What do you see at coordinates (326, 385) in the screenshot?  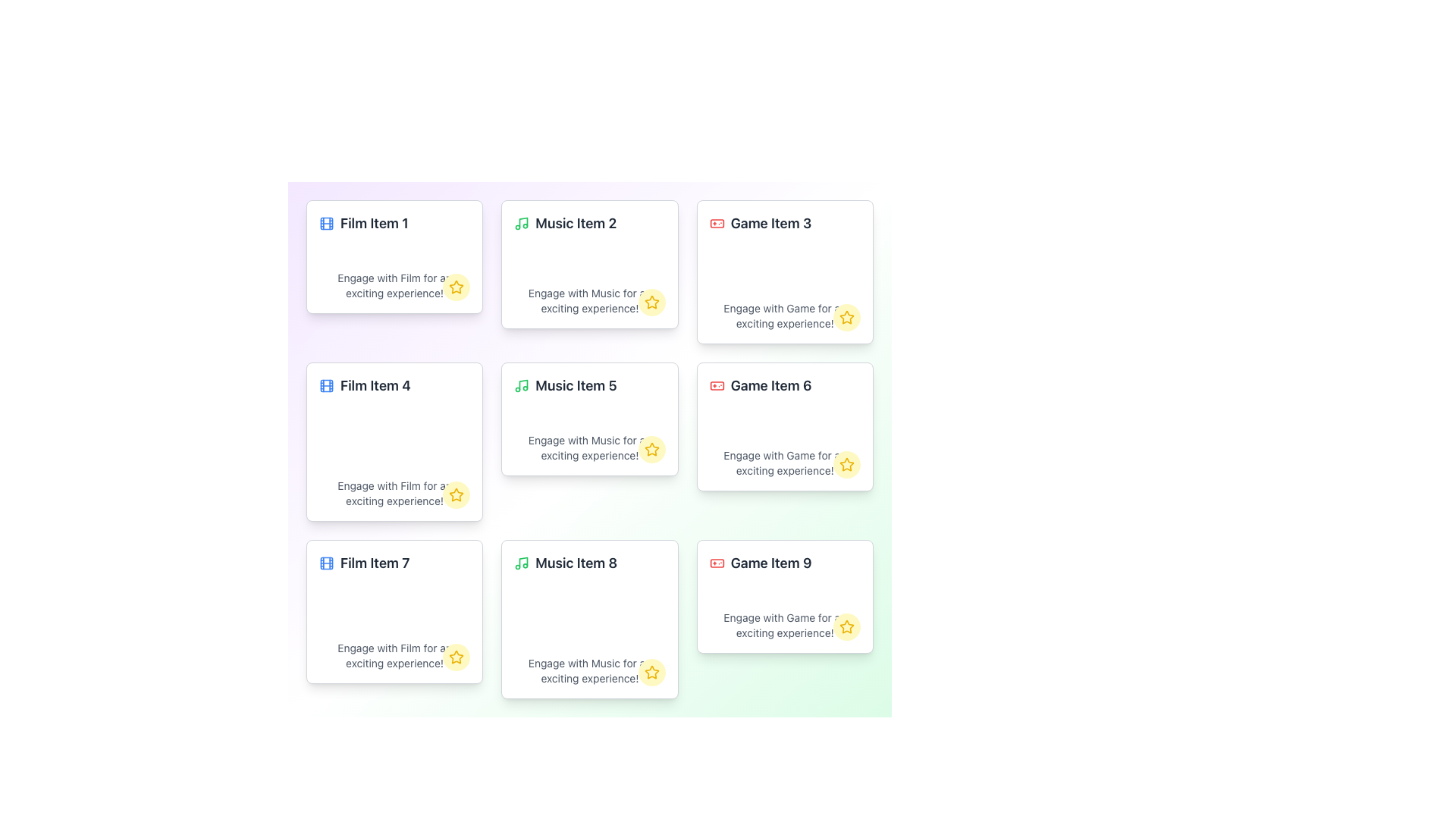 I see `the rectangular element with a blue outline located in the upper left corner of the 'Film Item 1' icon` at bounding box center [326, 385].